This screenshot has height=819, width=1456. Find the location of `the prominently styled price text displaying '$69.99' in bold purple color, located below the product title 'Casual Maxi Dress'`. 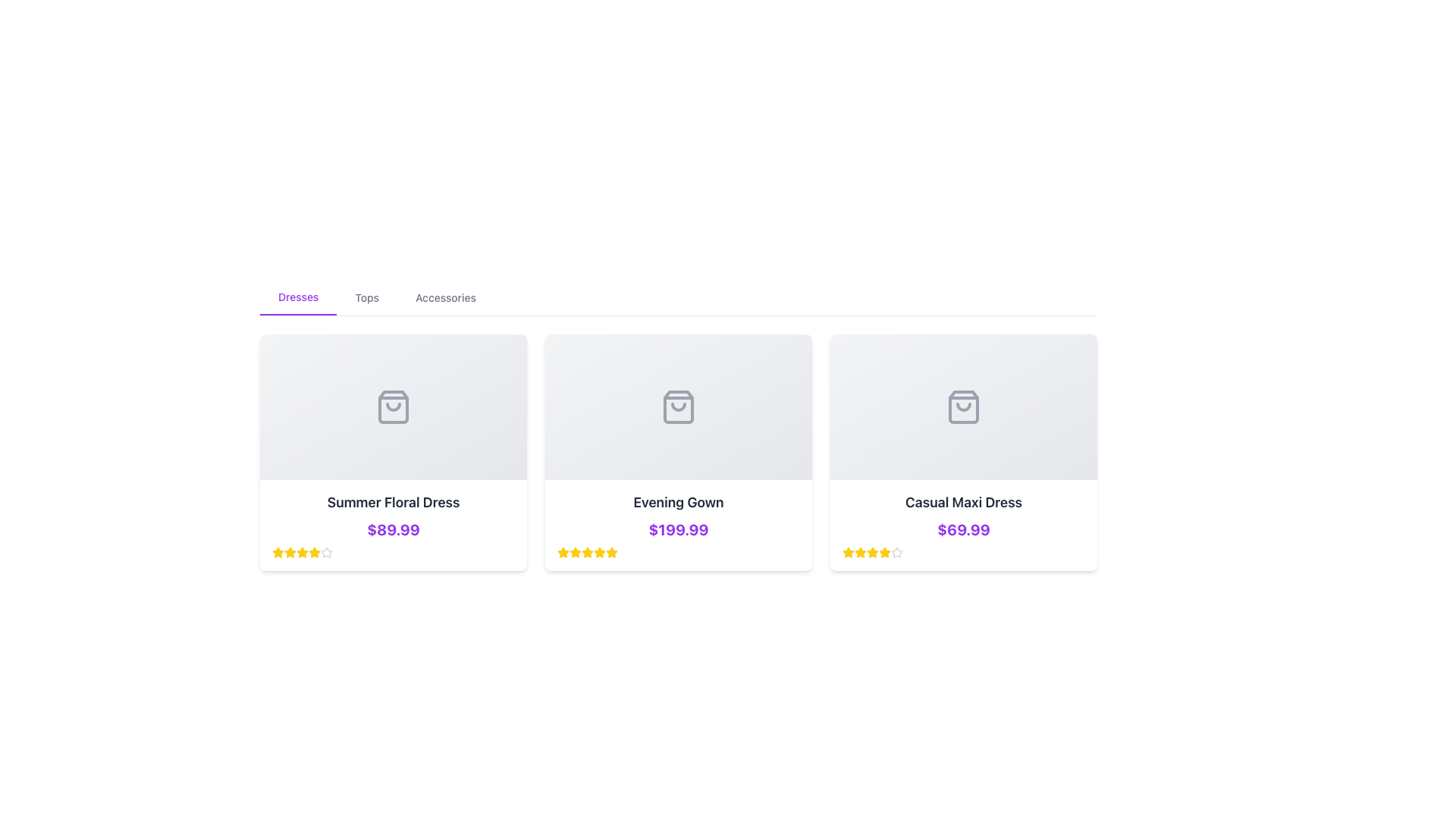

the prominently styled price text displaying '$69.99' in bold purple color, located below the product title 'Casual Maxi Dress' is located at coordinates (963, 529).